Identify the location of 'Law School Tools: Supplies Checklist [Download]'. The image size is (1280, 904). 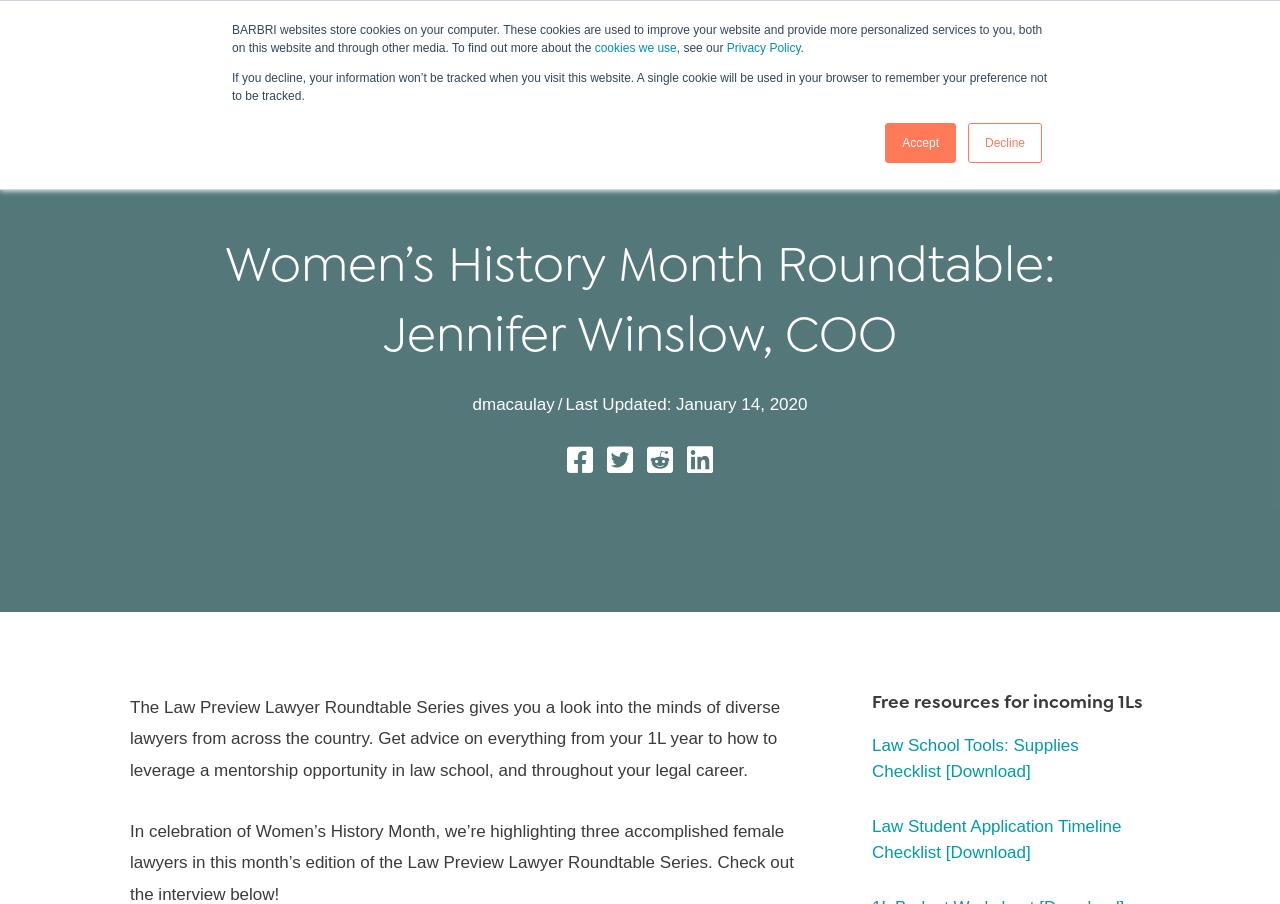
(974, 758).